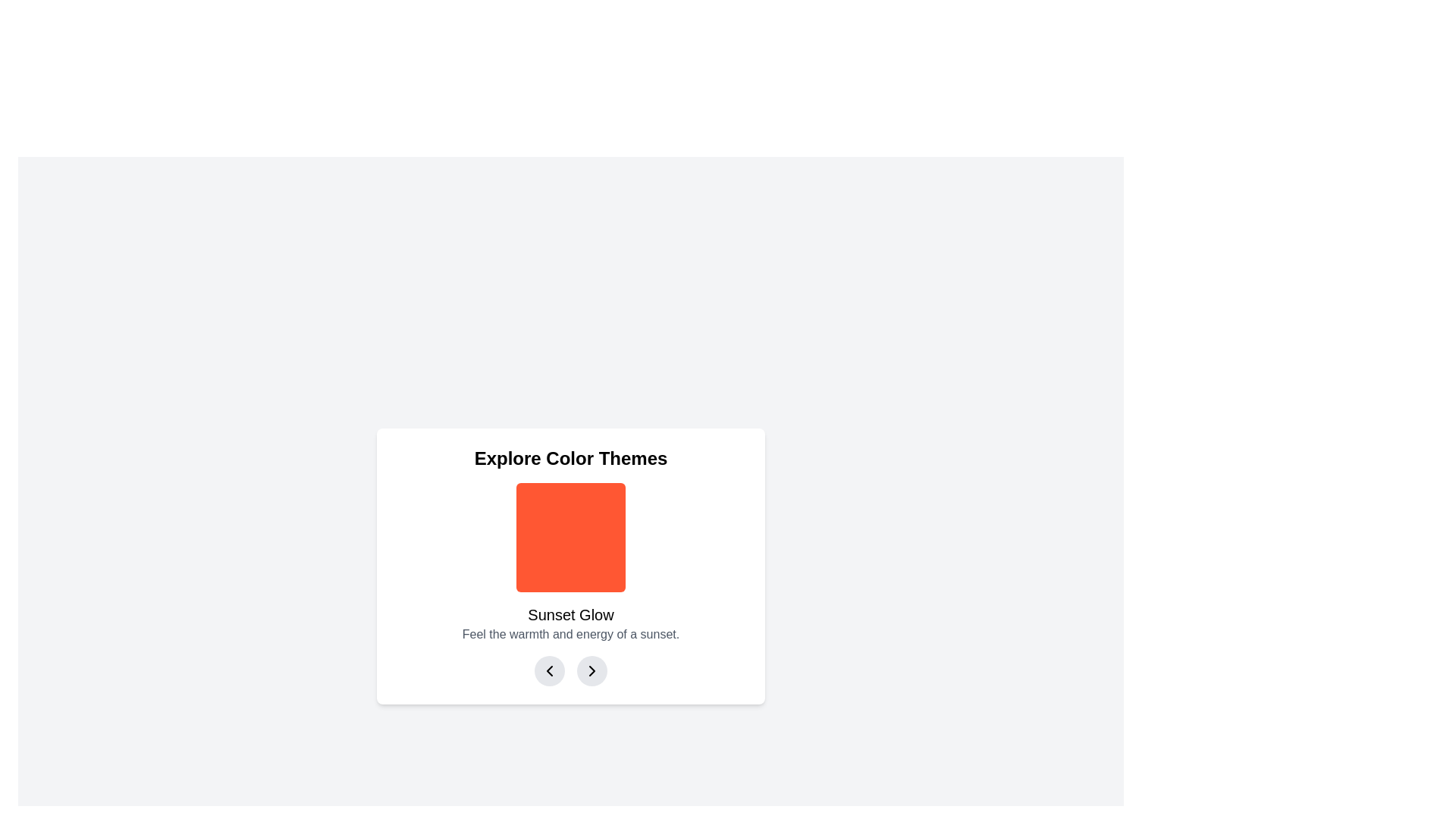 This screenshot has width=1456, height=819. What do you see at coordinates (570, 614) in the screenshot?
I see `the static text label that indicates the feature associated with the color 'Sunset Glow', which is centrally aligned and located between a colored square and descriptive text` at bounding box center [570, 614].